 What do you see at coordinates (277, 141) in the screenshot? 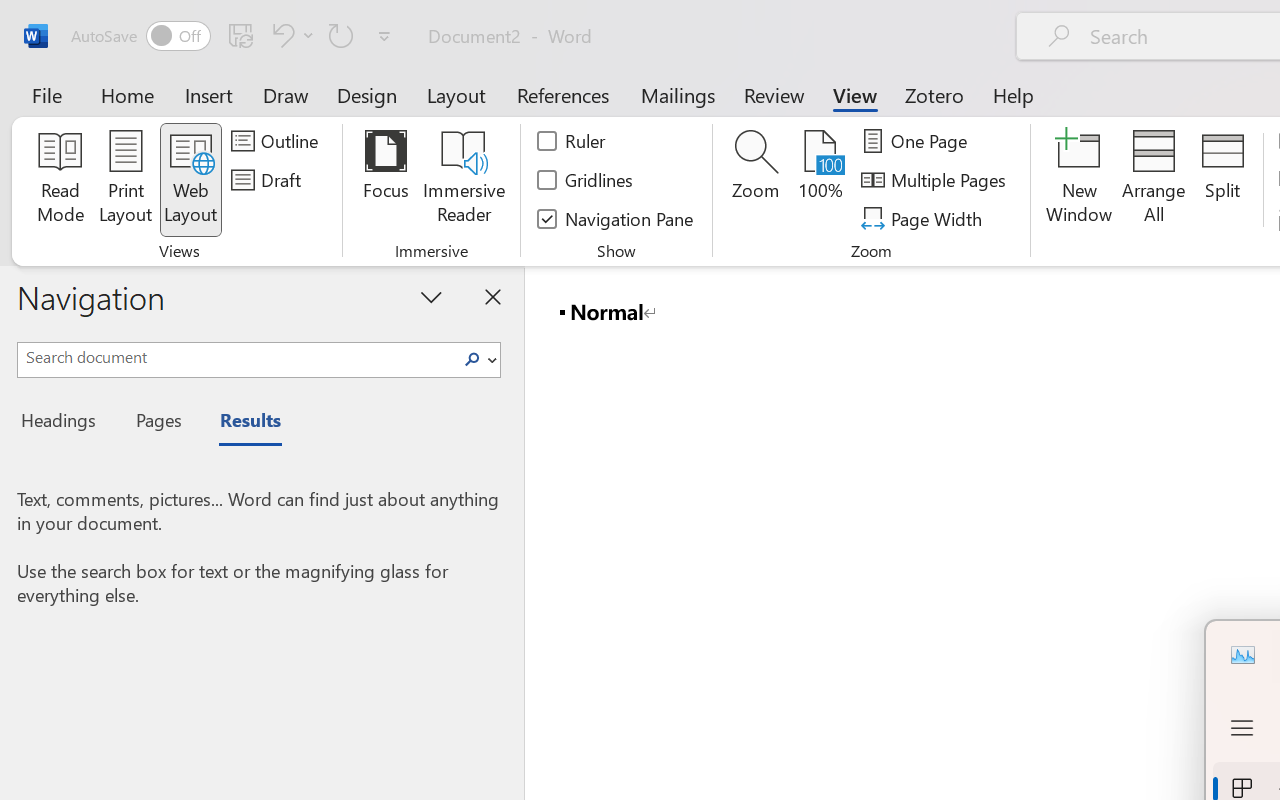
I see `'Outline'` at bounding box center [277, 141].